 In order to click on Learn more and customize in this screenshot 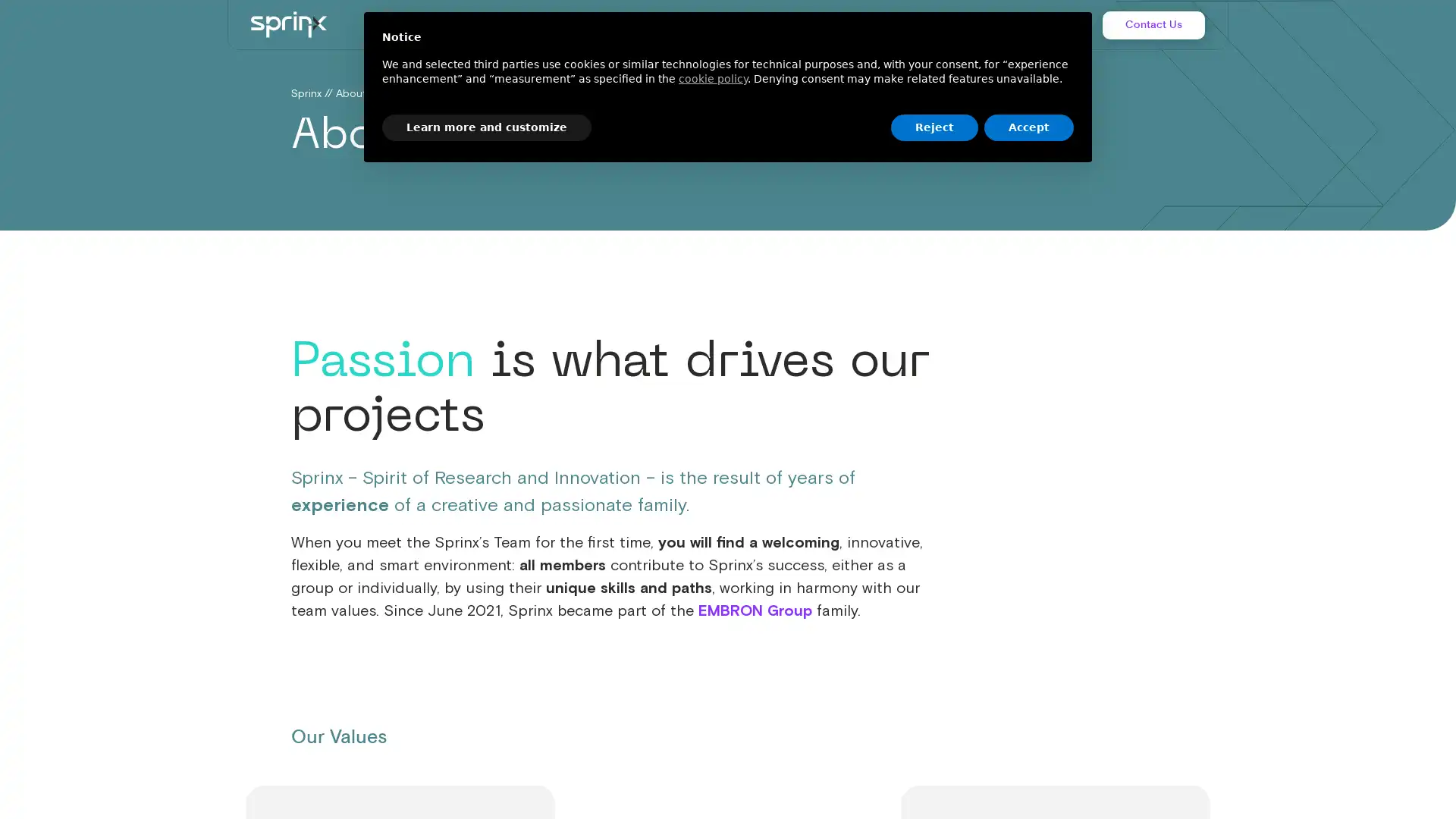, I will do `click(487, 127)`.